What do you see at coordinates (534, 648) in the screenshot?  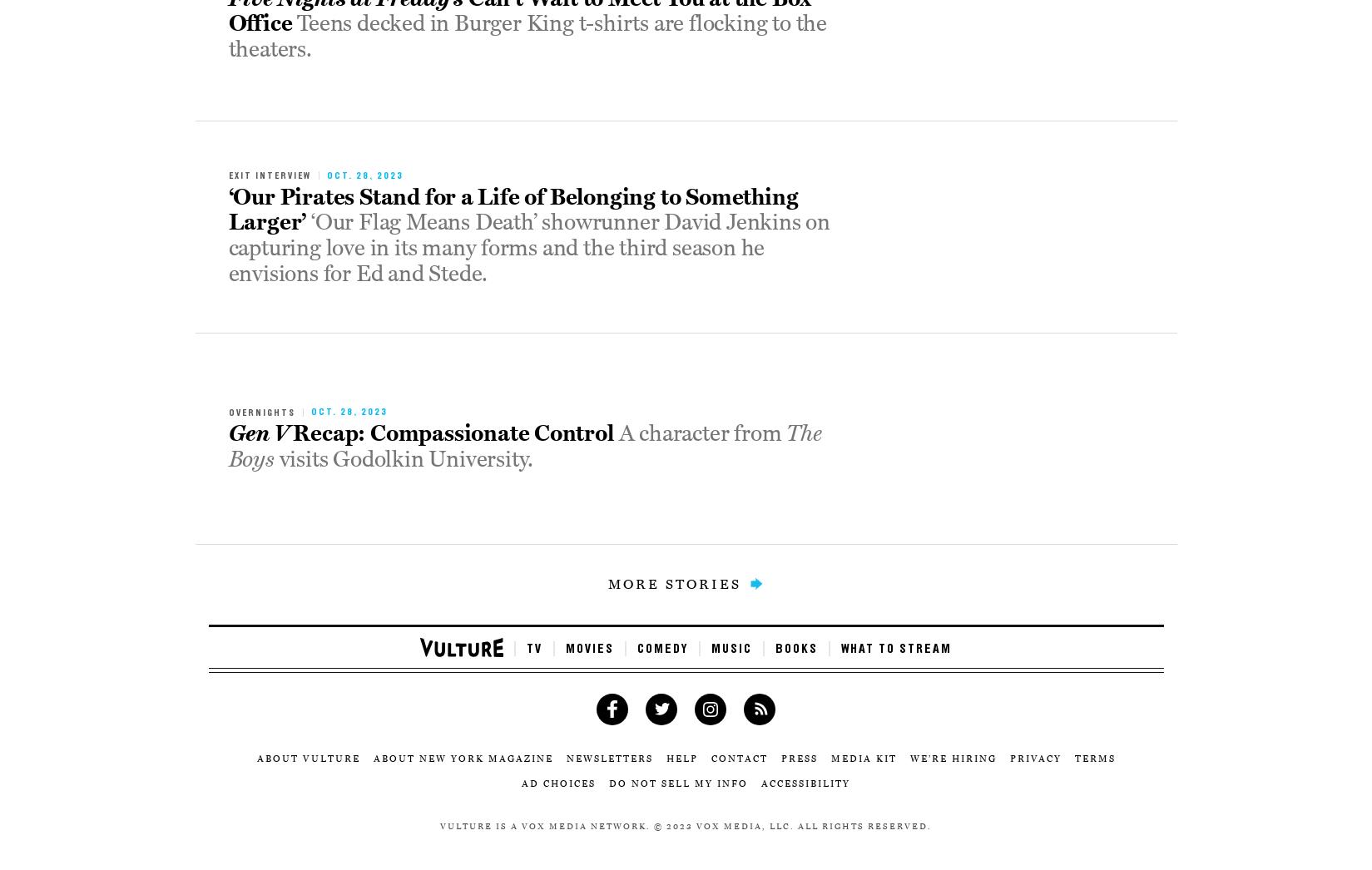 I see `'TV'` at bounding box center [534, 648].